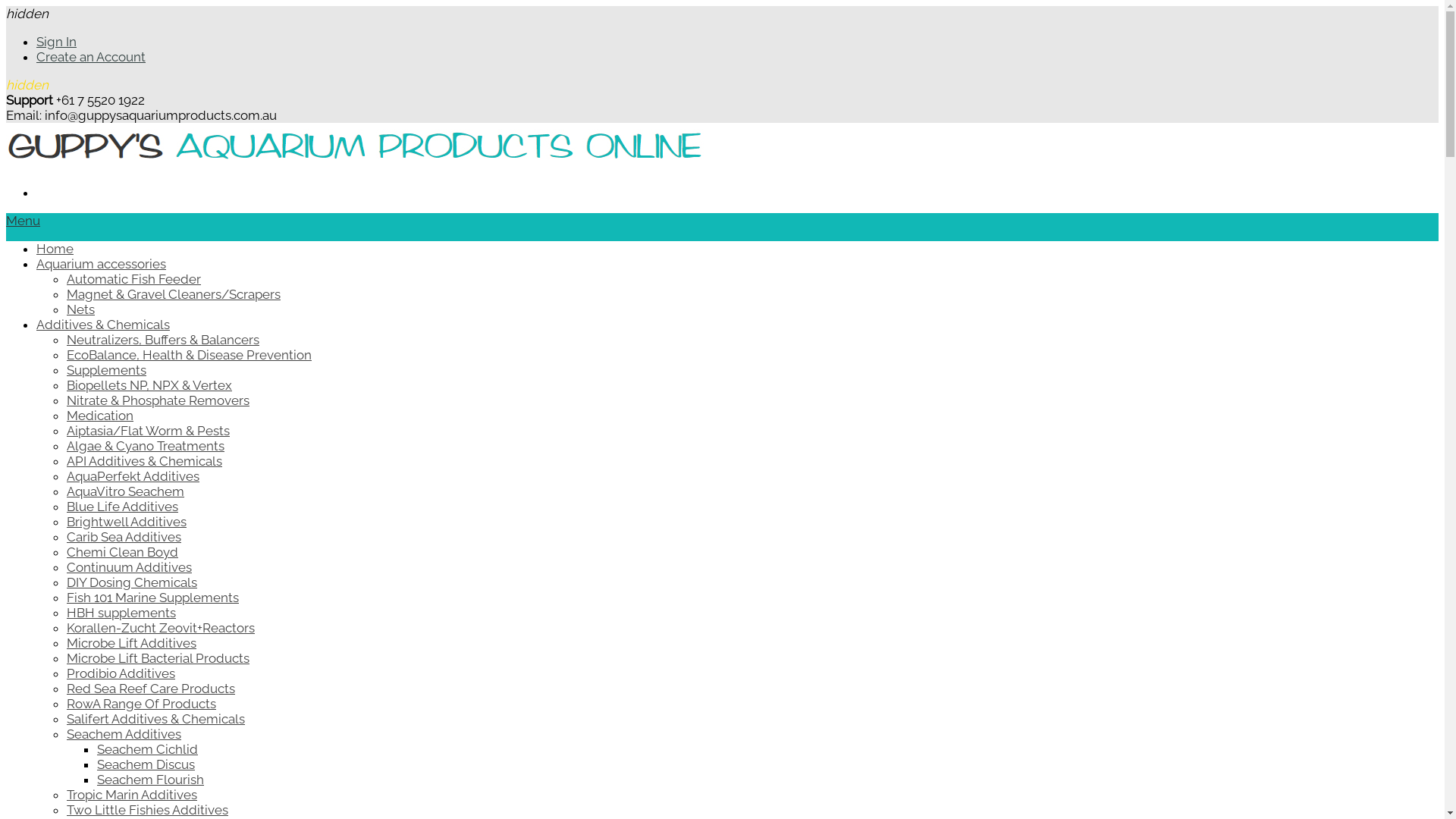 The image size is (1456, 819). What do you see at coordinates (158, 400) in the screenshot?
I see `'Nitrate & Phosphate Removers'` at bounding box center [158, 400].